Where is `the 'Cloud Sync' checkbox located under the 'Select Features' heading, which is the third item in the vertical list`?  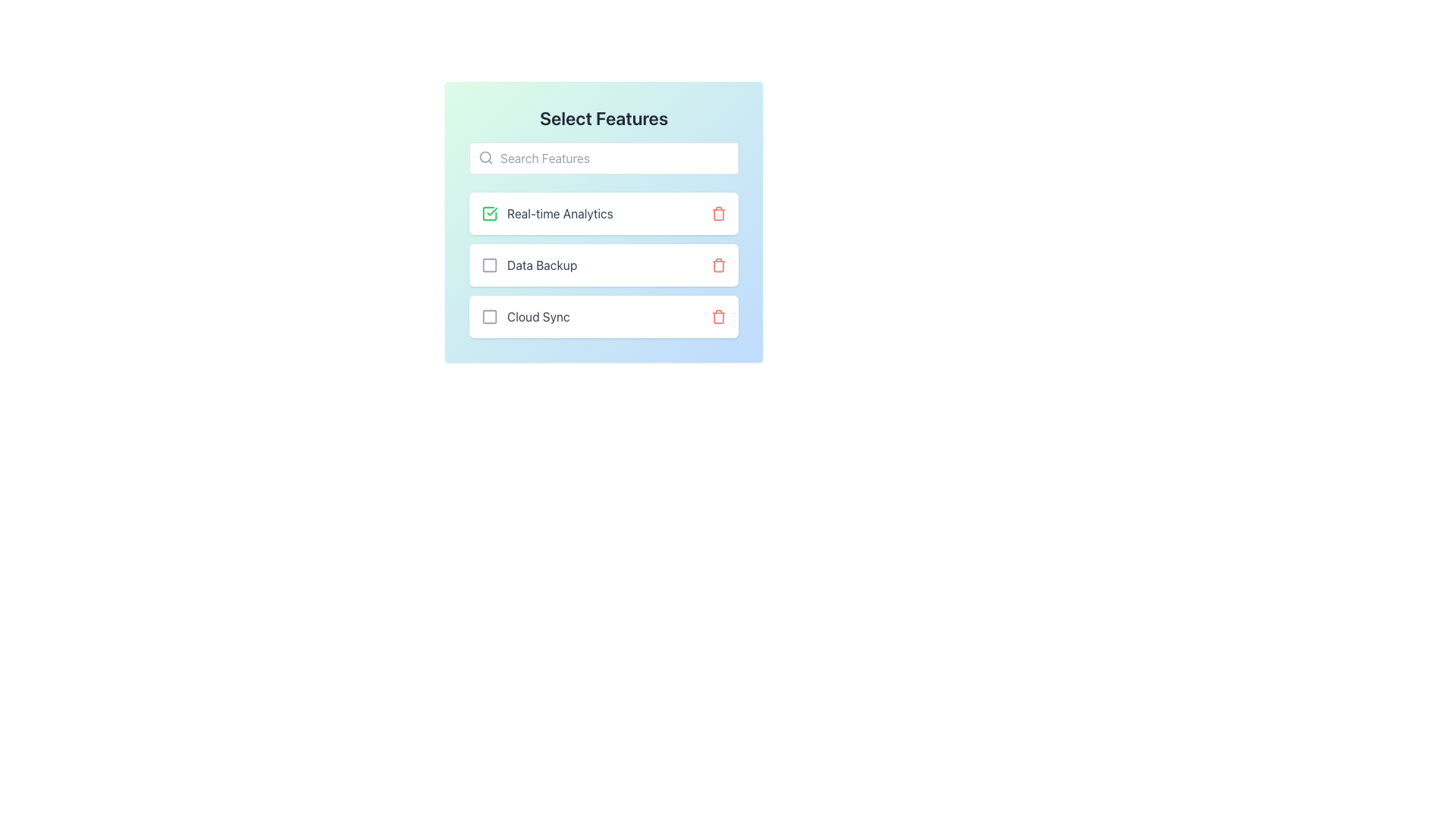 the 'Cloud Sync' checkbox located under the 'Select Features' heading, which is the third item in the vertical list is located at coordinates (526, 315).